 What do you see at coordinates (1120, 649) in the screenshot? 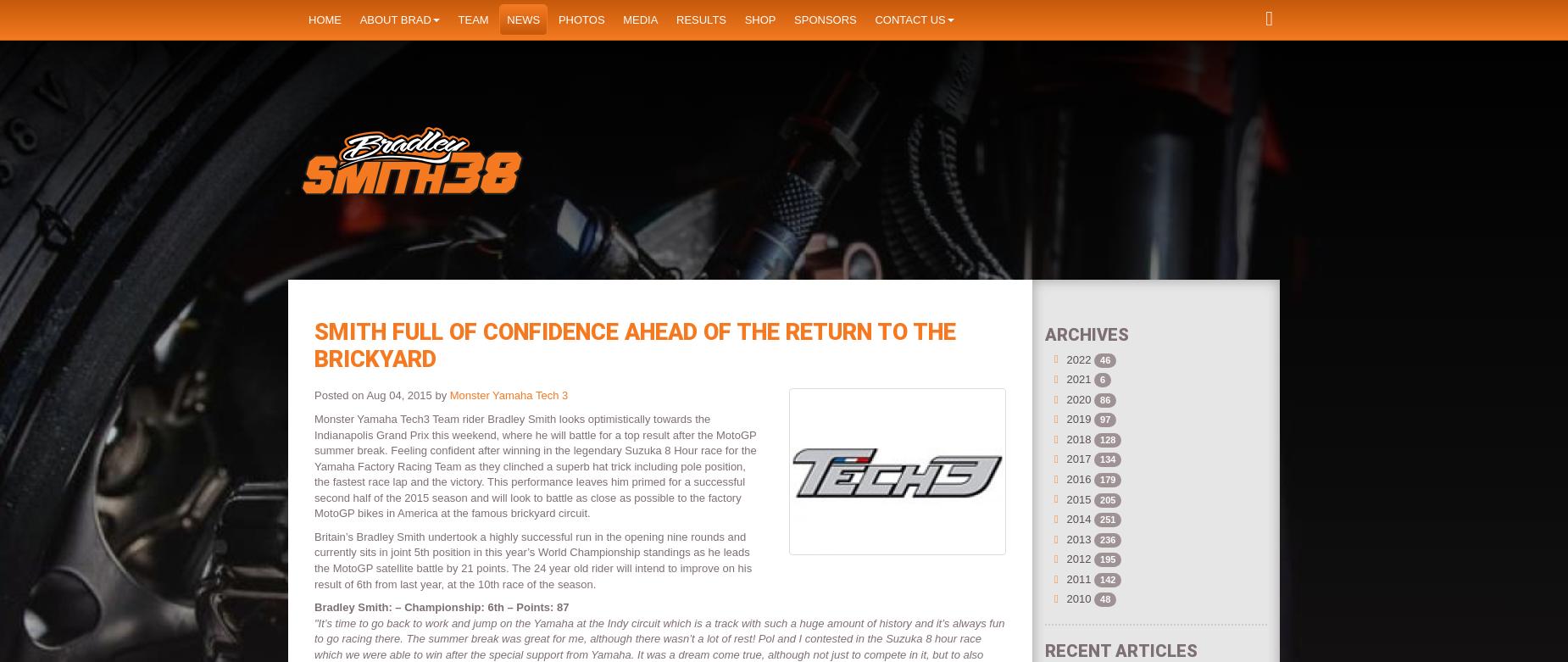
I see `'Recent Articles'` at bounding box center [1120, 649].